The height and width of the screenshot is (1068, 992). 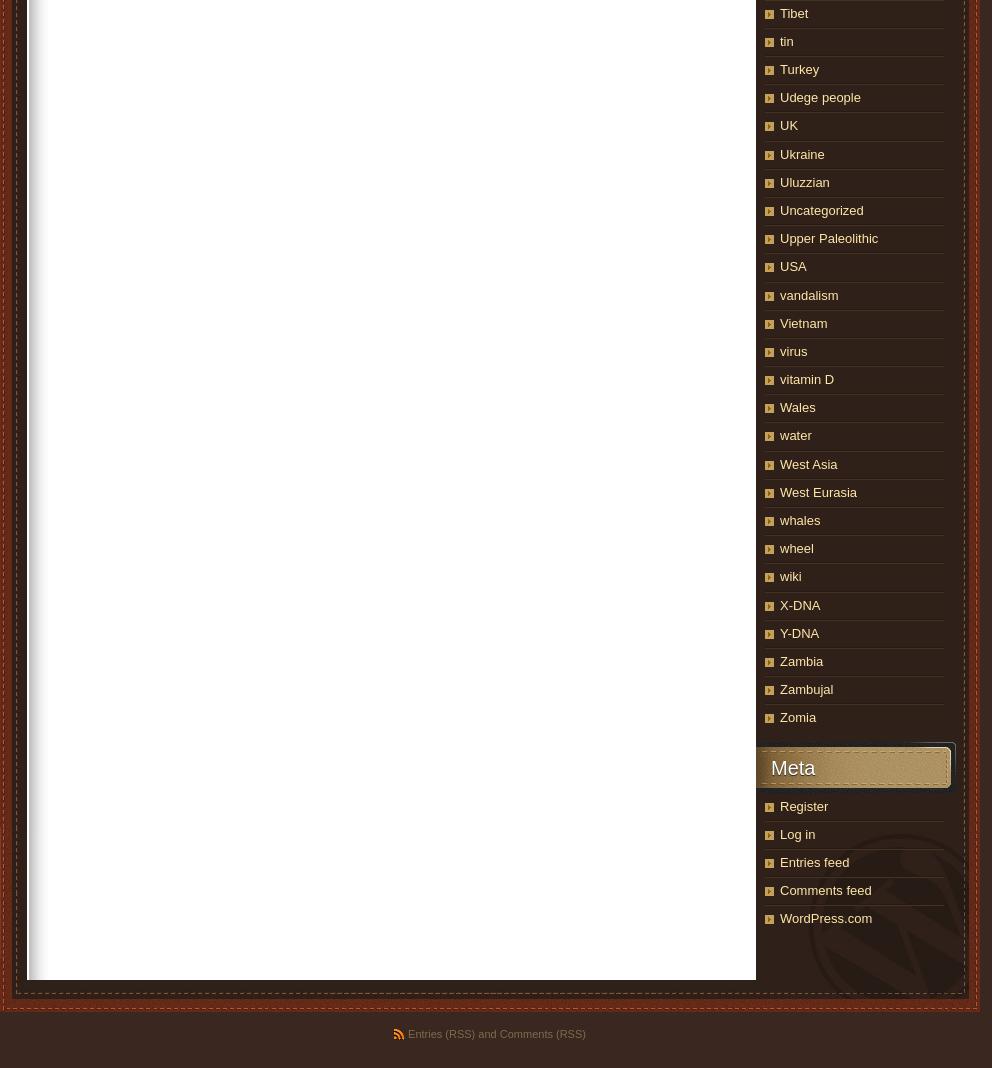 I want to click on 'and', so click(x=486, y=1034).